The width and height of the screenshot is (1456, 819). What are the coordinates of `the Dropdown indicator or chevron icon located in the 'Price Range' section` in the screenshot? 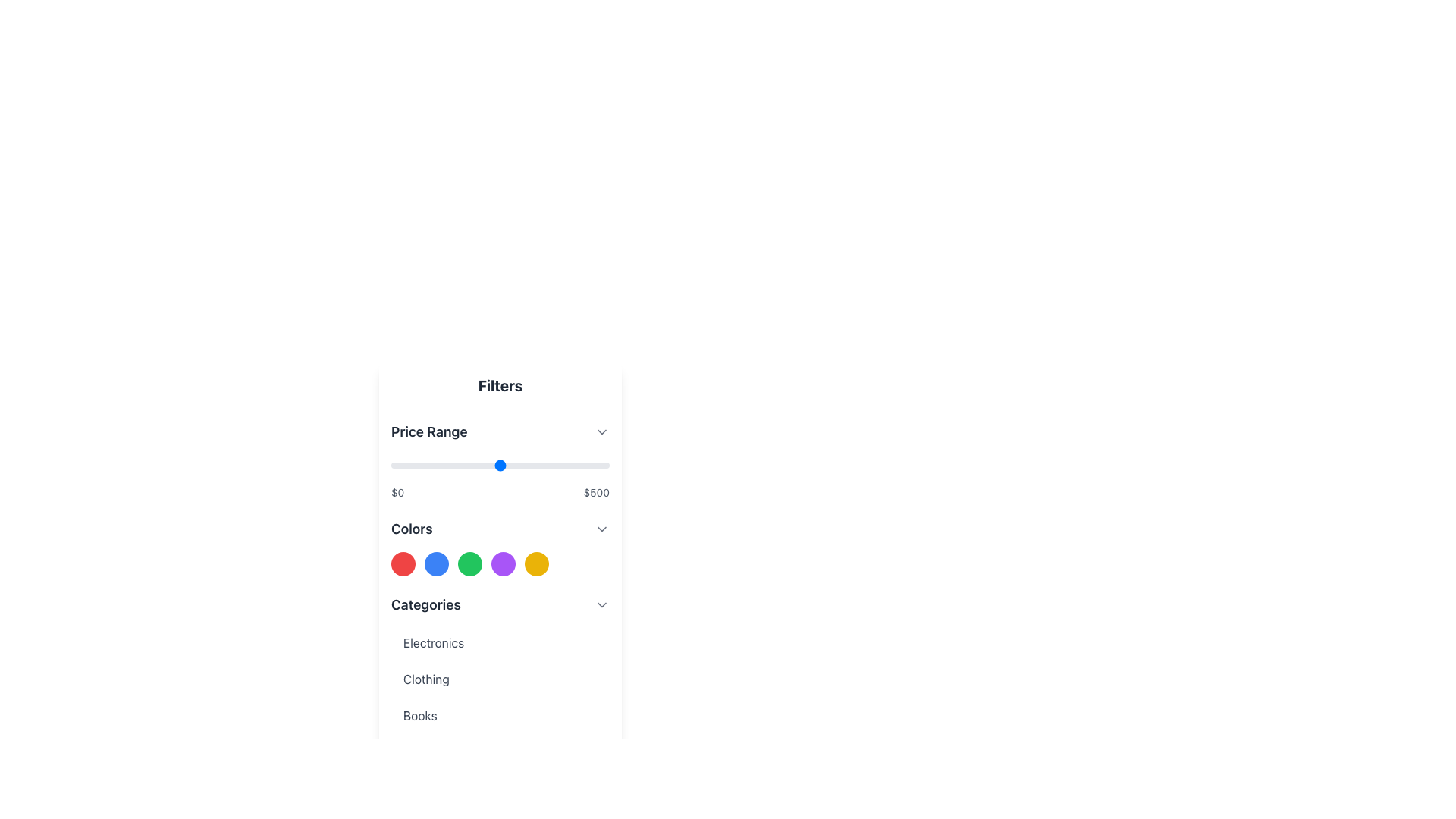 It's located at (601, 432).